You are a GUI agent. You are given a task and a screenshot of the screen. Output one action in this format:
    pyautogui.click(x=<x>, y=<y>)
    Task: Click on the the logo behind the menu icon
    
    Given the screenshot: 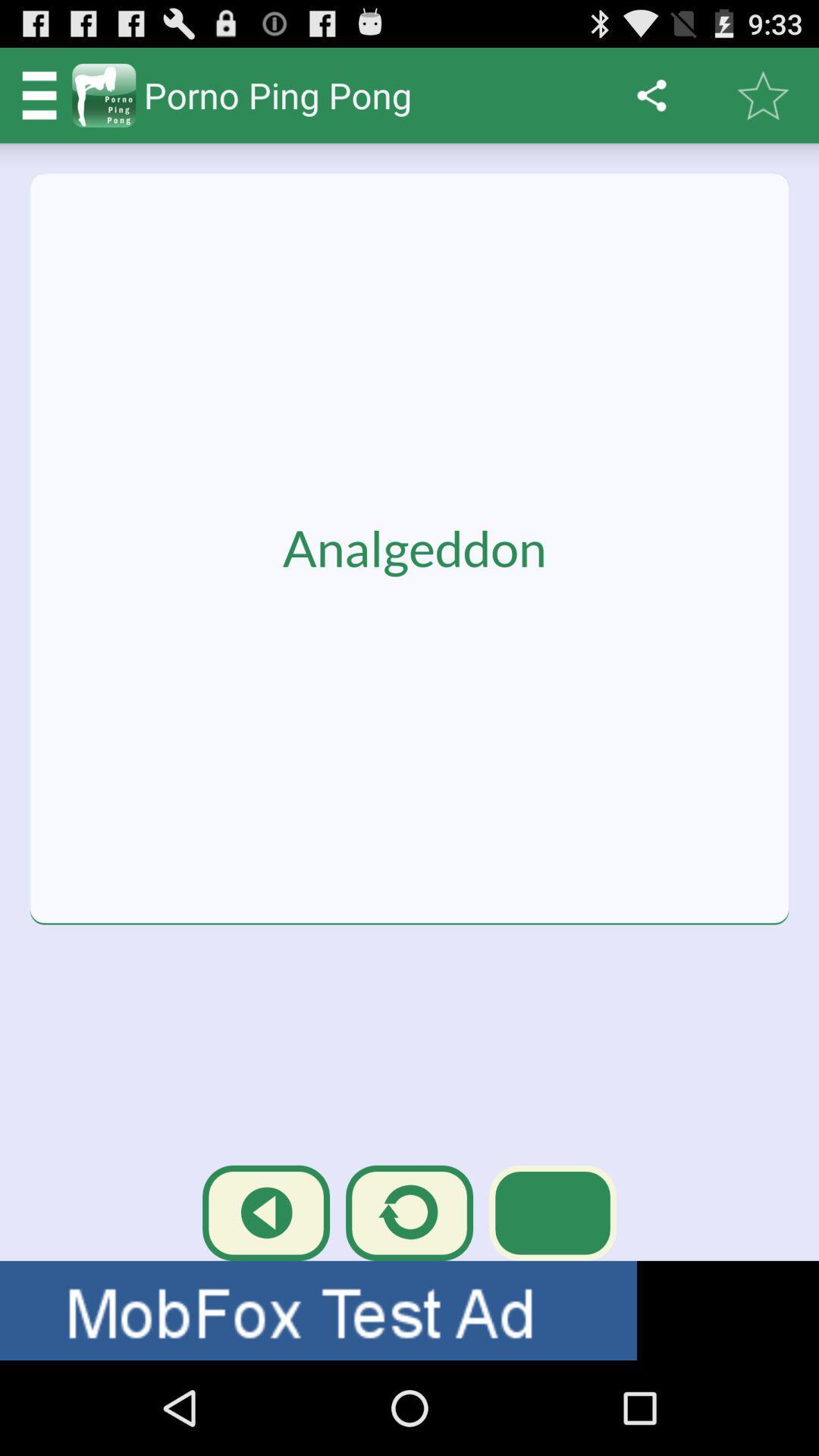 What is the action you would take?
    pyautogui.click(x=103, y=94)
    